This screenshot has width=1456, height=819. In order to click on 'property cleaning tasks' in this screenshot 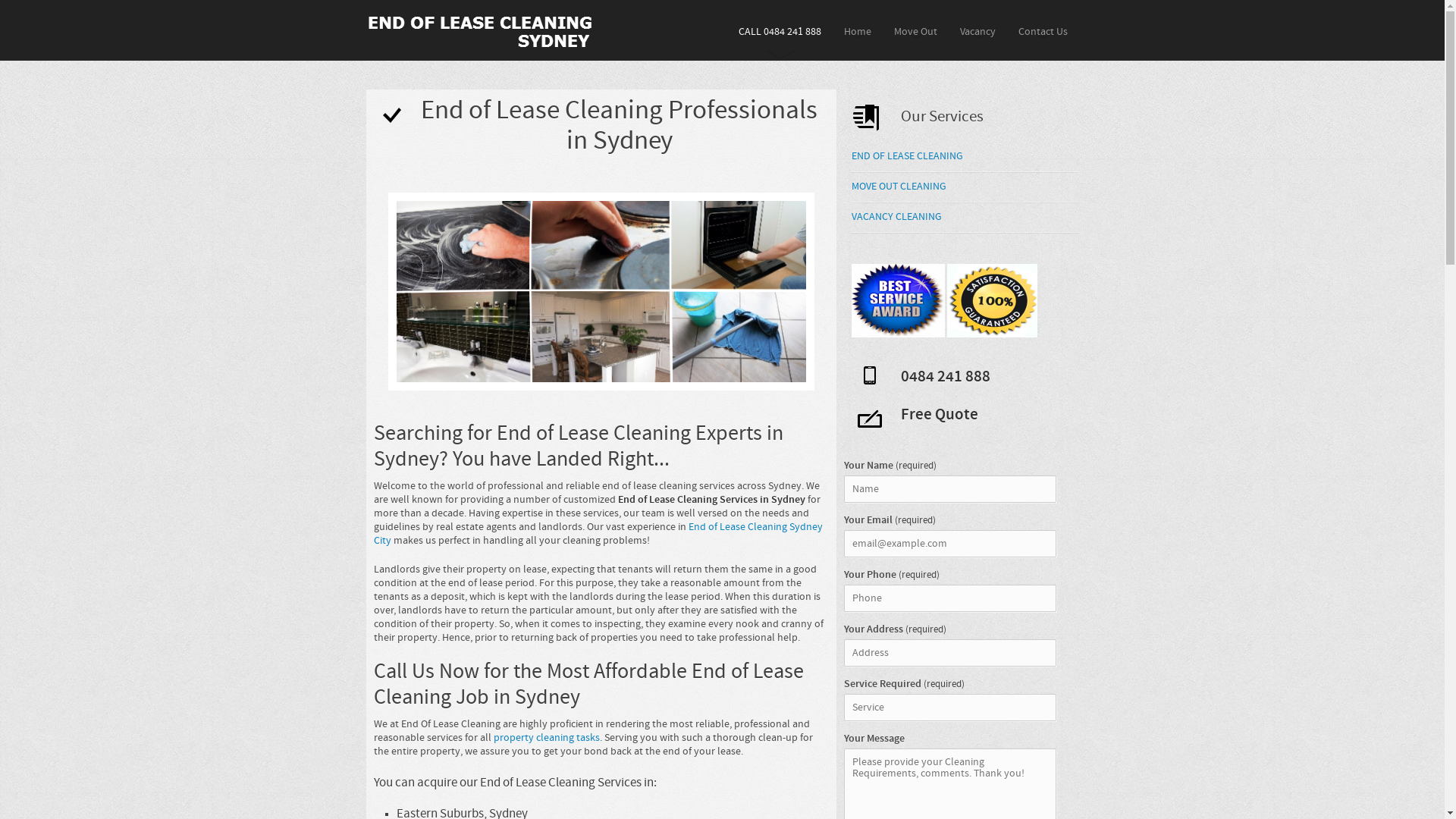, I will do `click(546, 737)`.